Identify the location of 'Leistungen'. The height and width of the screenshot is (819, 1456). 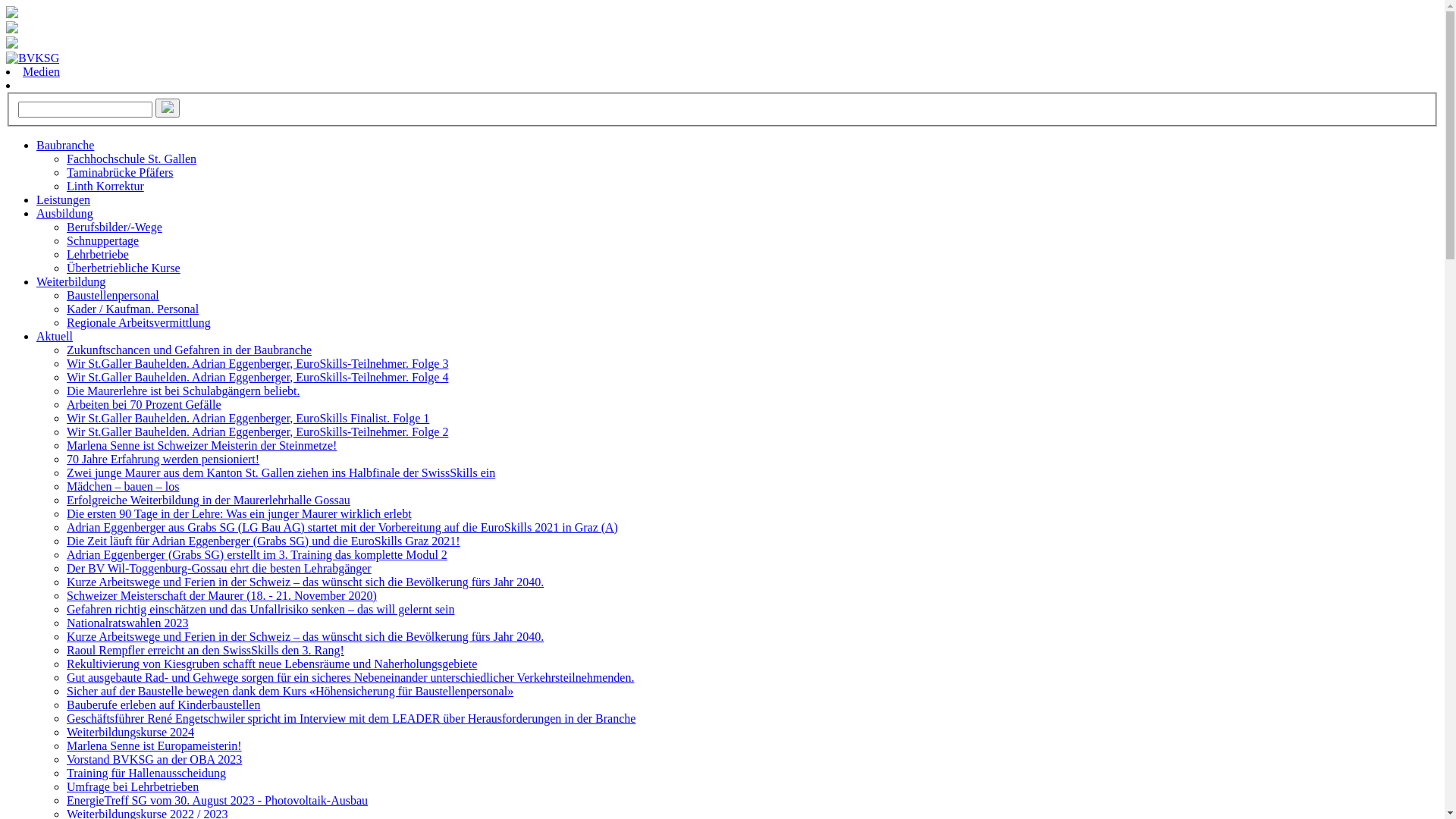
(36, 199).